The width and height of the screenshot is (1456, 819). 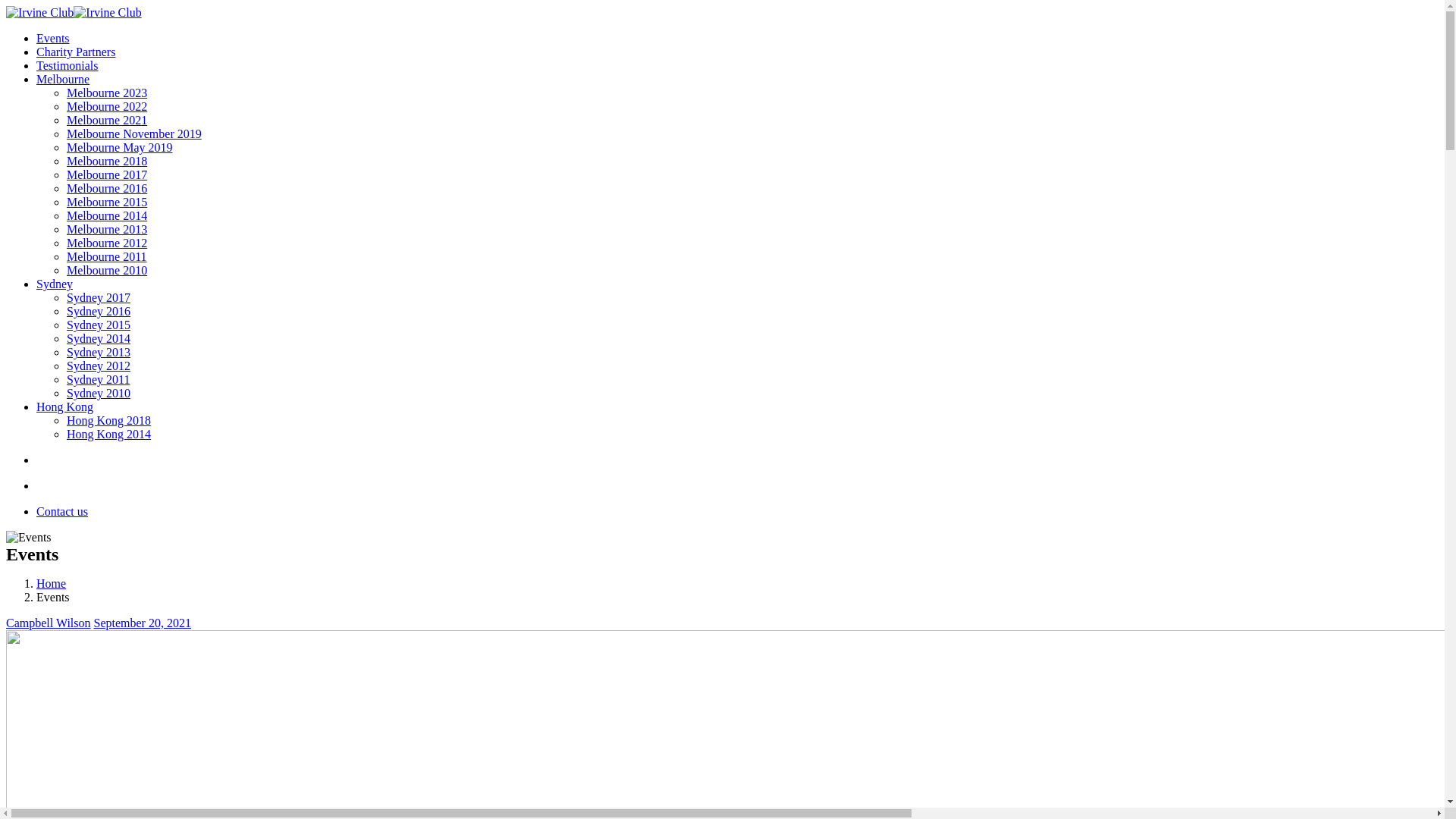 I want to click on 'Melbourne 2014', so click(x=105, y=215).